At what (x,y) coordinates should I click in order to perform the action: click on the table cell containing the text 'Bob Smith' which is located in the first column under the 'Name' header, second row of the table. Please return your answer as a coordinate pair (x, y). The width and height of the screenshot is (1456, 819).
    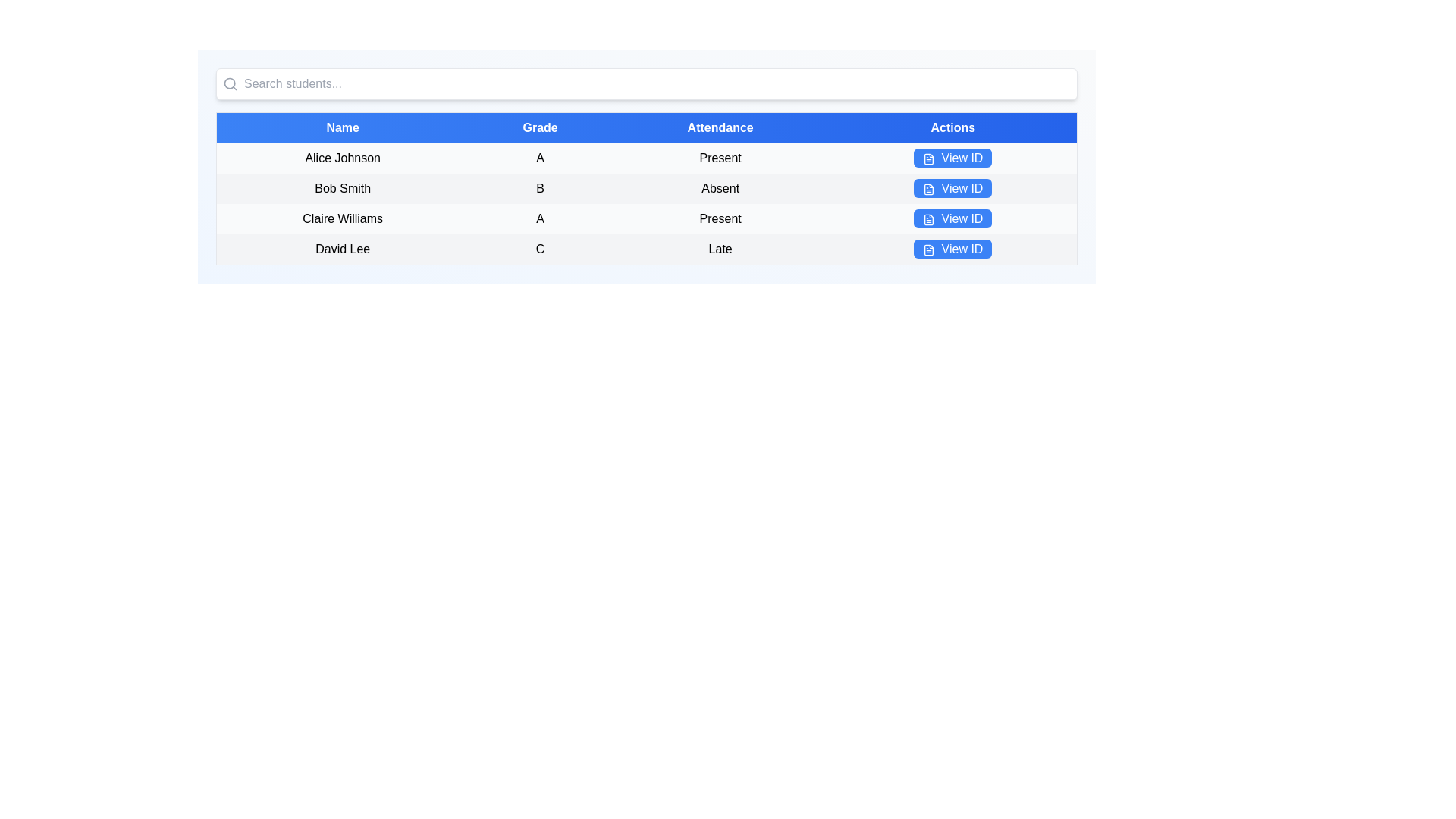
    Looking at the image, I should click on (341, 188).